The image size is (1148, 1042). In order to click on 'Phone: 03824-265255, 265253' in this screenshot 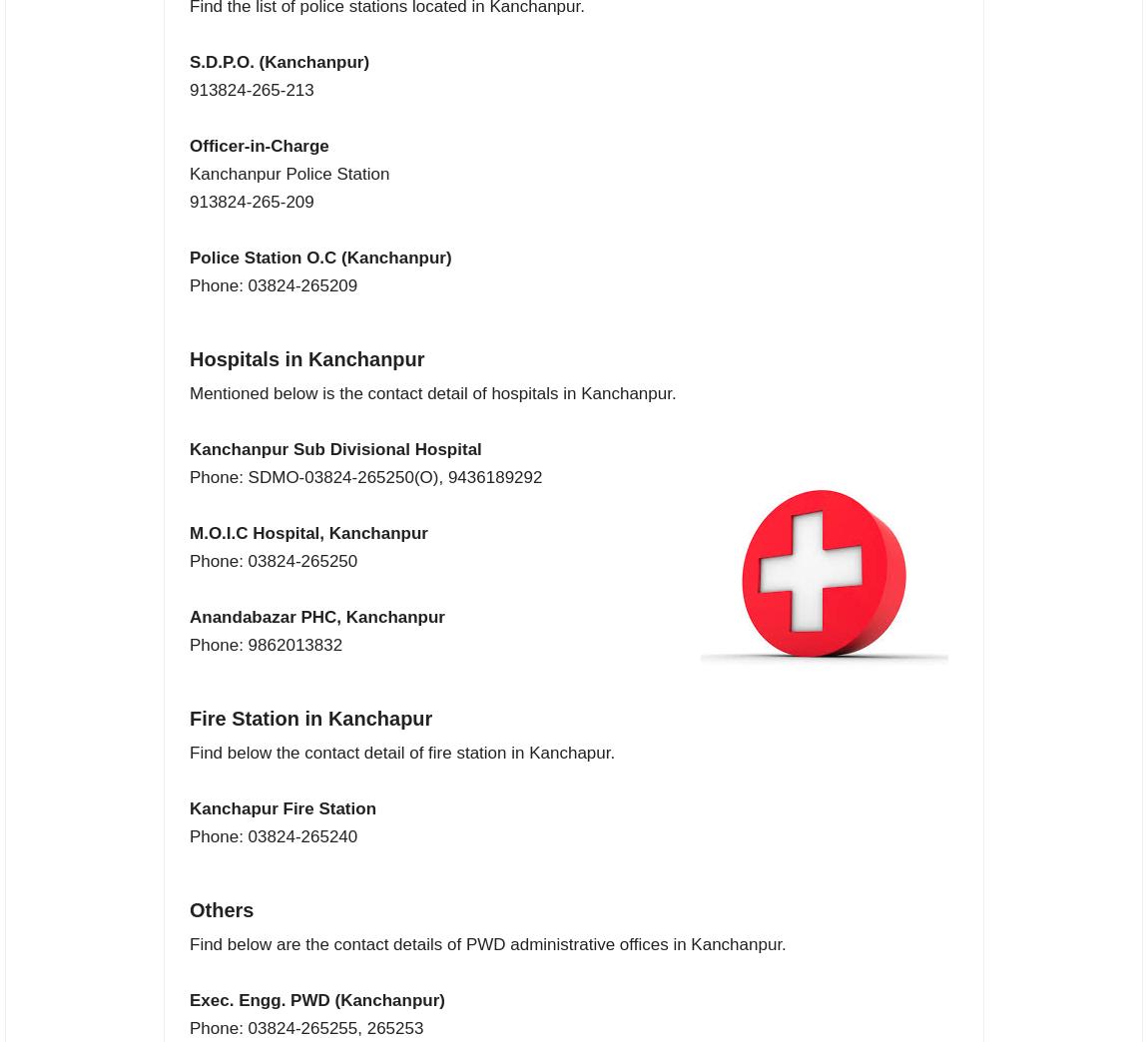, I will do `click(306, 1028)`.